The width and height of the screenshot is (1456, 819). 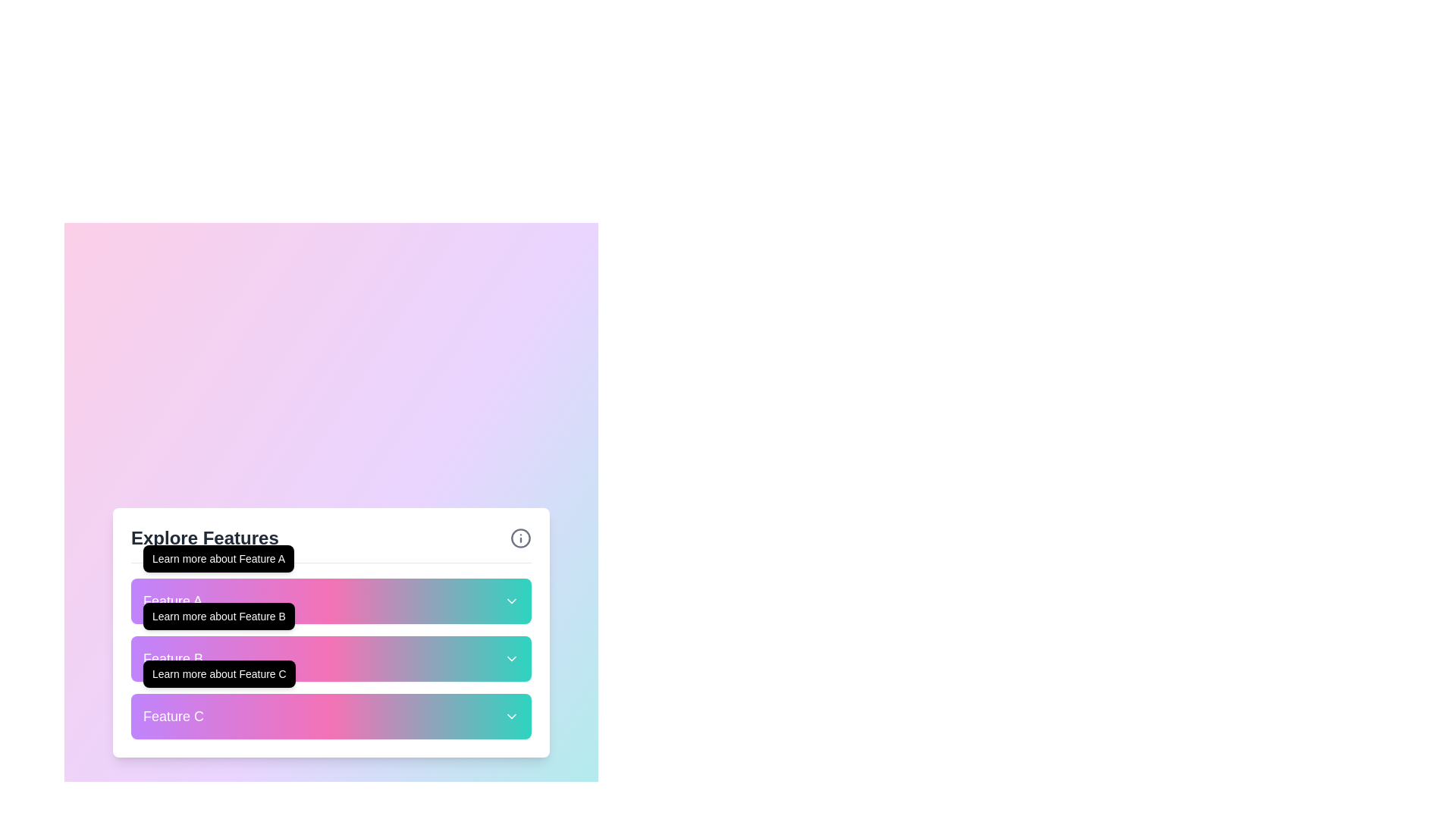 What do you see at coordinates (174, 716) in the screenshot?
I see `the Text label located in the top-left corner of the third card under the 'Explore Features' heading, indicating the feature it represents` at bounding box center [174, 716].